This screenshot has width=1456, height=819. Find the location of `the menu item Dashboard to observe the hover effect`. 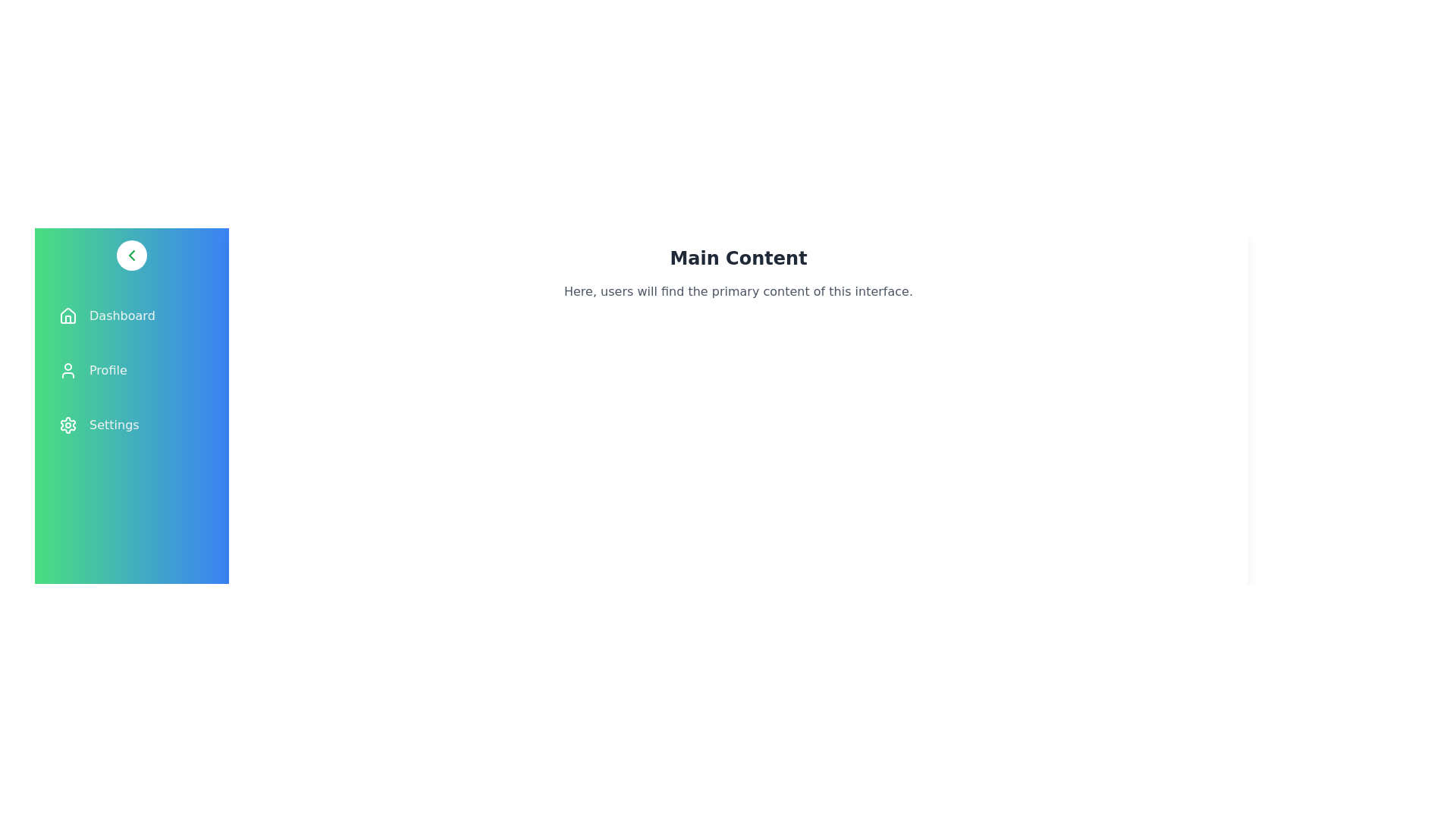

the menu item Dashboard to observe the hover effect is located at coordinates (131, 315).